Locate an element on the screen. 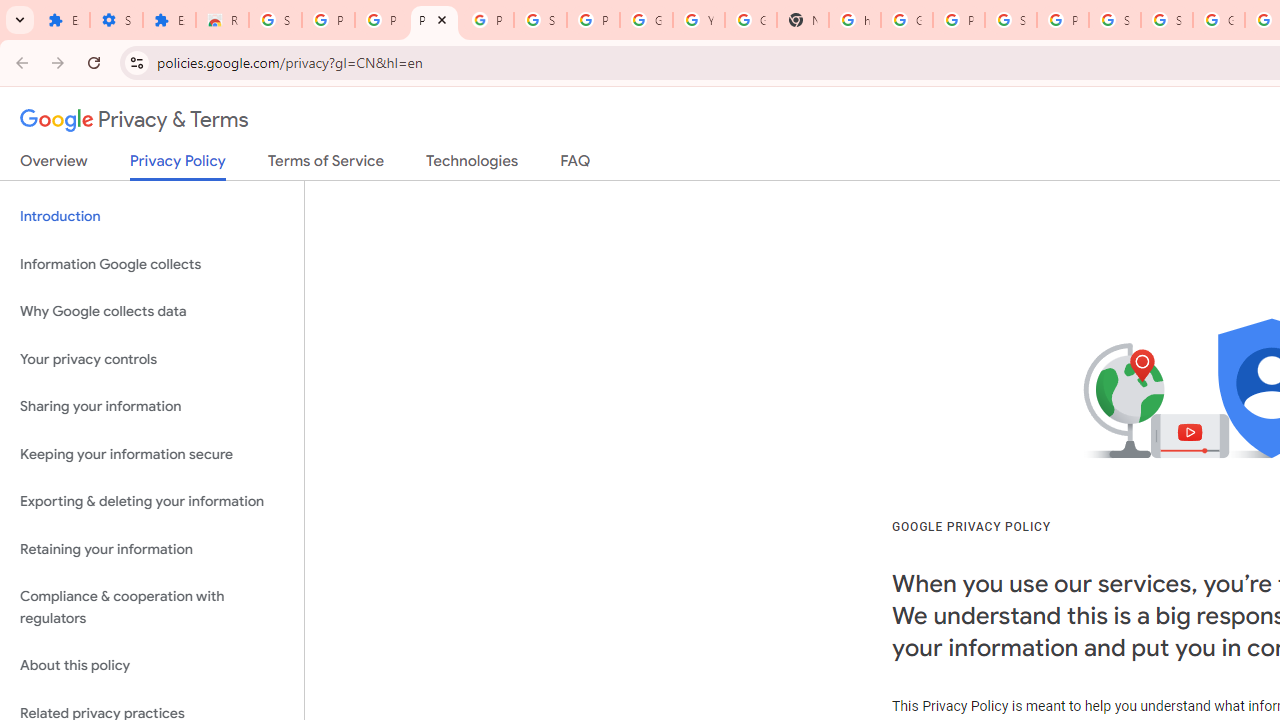 Image resolution: width=1280 pixels, height=720 pixels. 'New Tab' is located at coordinates (803, 20).